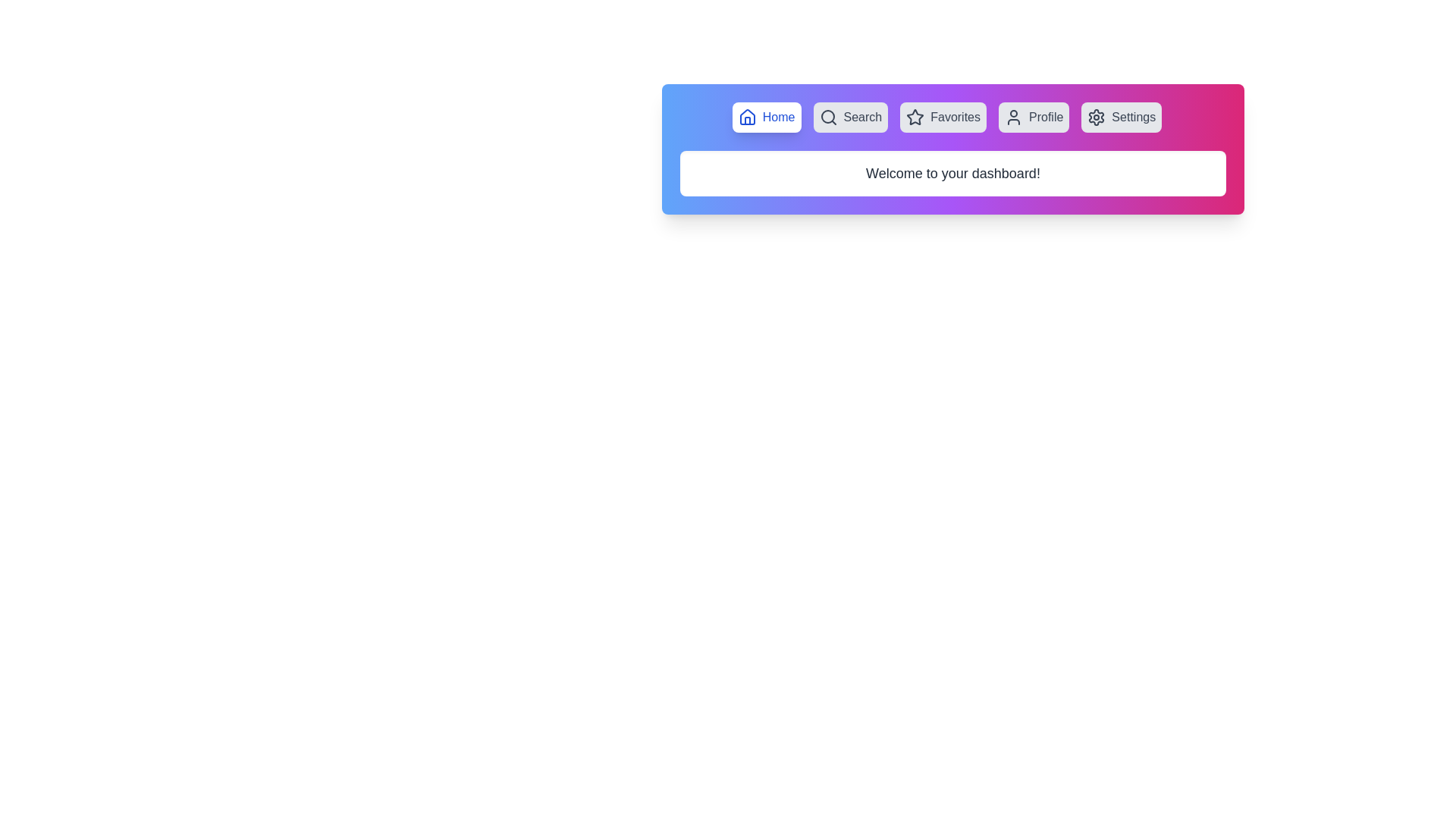 Image resolution: width=1456 pixels, height=819 pixels. What do you see at coordinates (1122, 116) in the screenshot?
I see `the 'Settings' button, which features a gear icon and is located` at bounding box center [1122, 116].